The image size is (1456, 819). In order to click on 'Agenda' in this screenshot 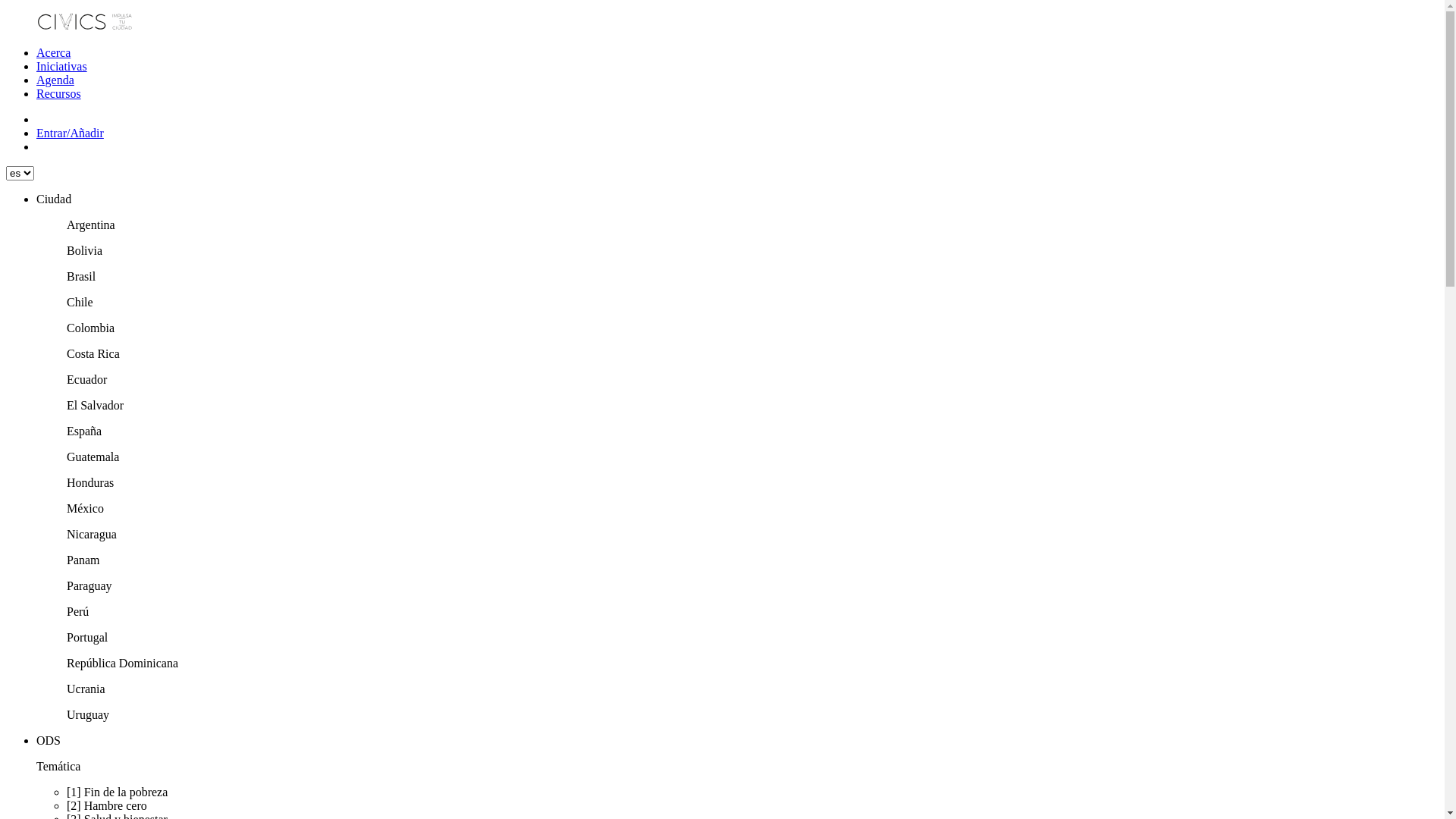, I will do `click(55, 80)`.